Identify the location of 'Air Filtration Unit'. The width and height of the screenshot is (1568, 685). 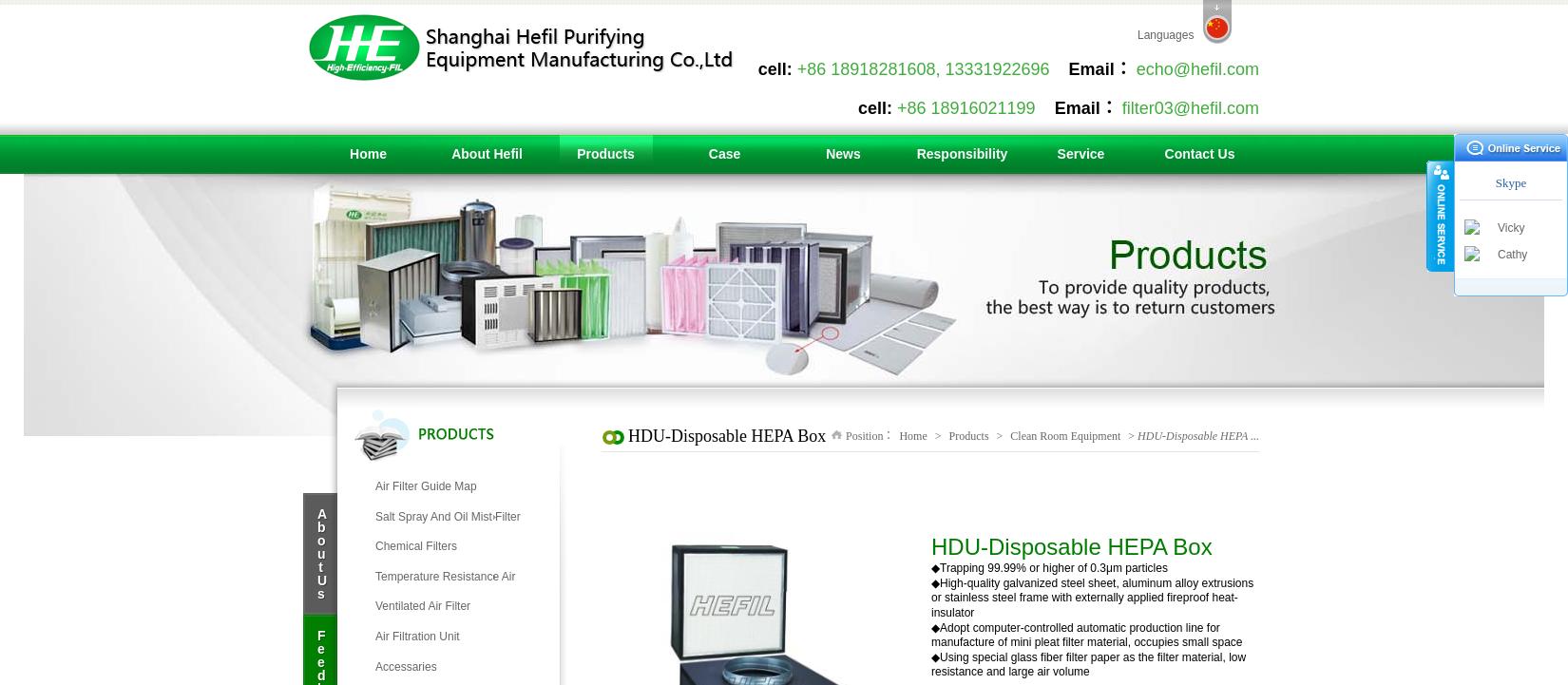
(416, 636).